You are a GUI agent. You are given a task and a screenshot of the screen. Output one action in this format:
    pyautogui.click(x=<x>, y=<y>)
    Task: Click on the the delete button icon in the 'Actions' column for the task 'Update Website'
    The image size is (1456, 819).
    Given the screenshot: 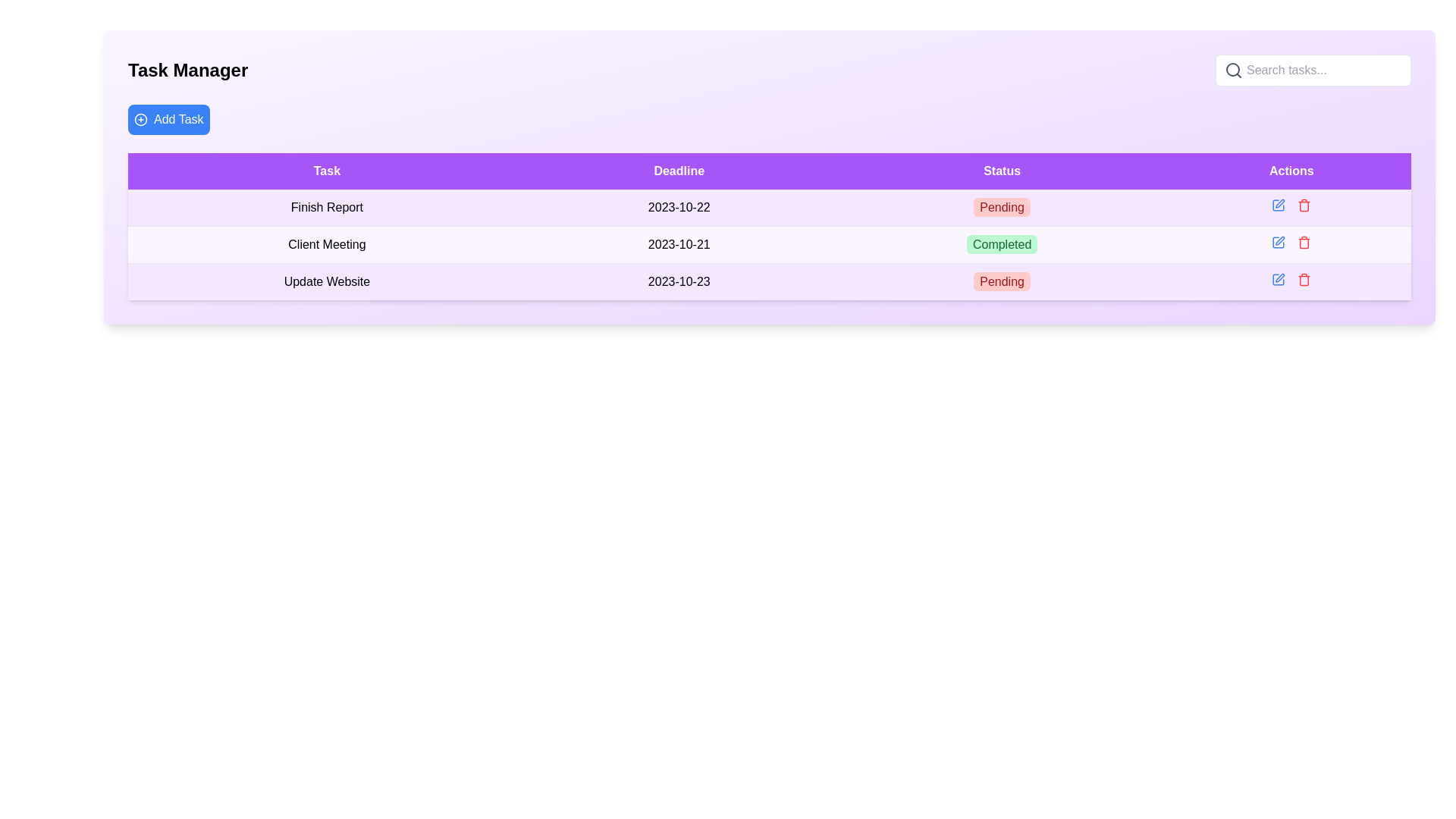 What is the action you would take?
    pyautogui.click(x=1304, y=280)
    